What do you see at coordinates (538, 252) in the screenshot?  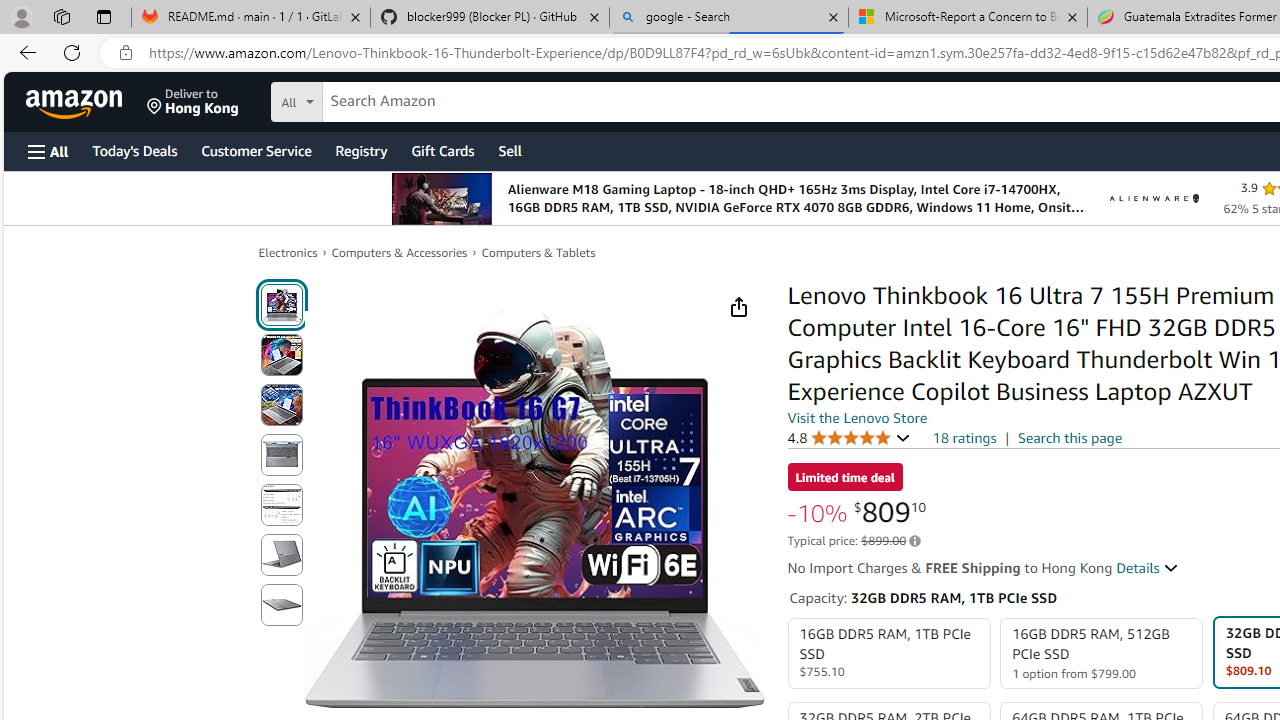 I see `'Computers & Tablets'` at bounding box center [538, 252].